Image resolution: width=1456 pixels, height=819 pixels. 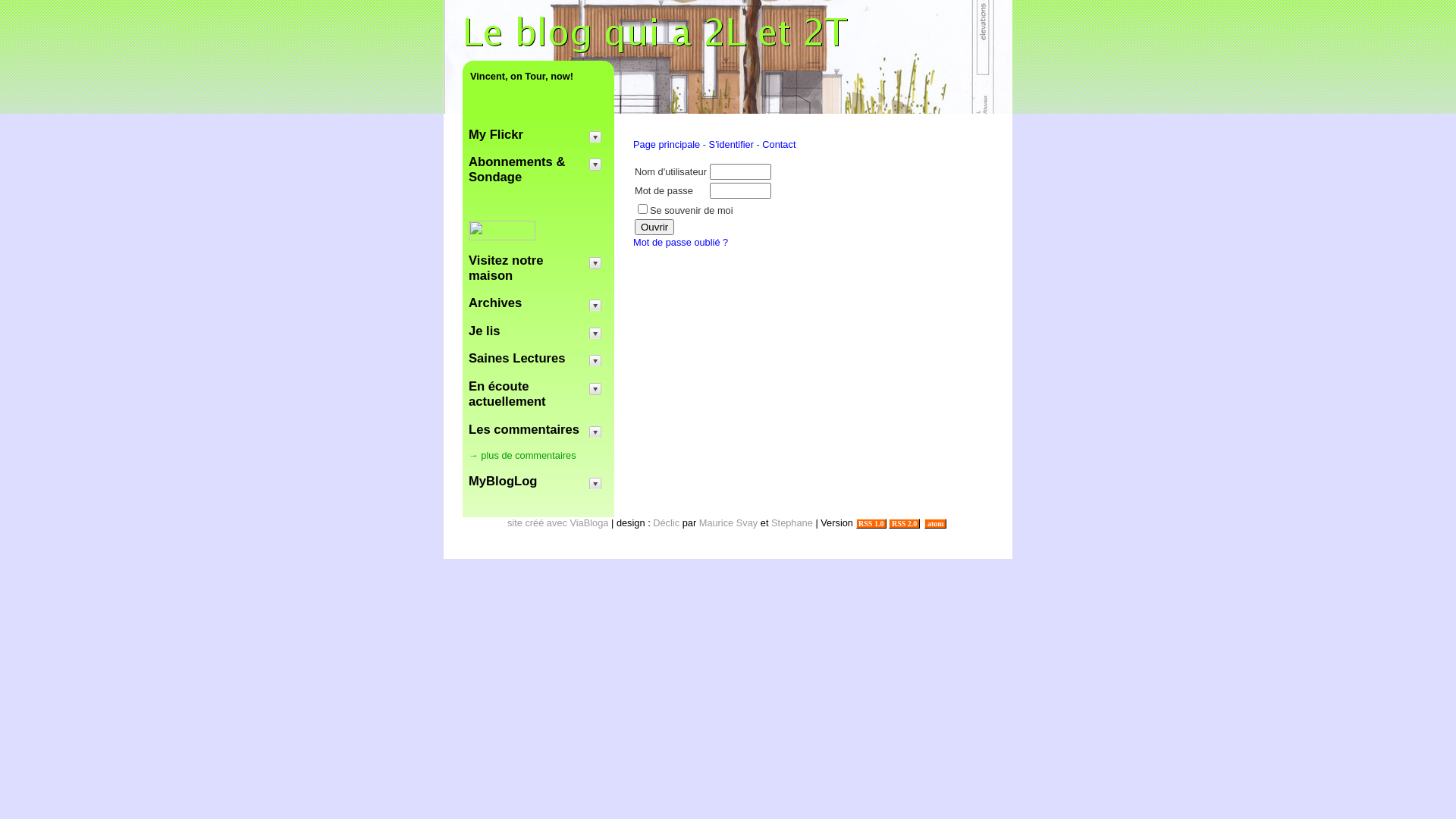 I want to click on 'Vincent, on Tour, now!', so click(x=538, y=76).